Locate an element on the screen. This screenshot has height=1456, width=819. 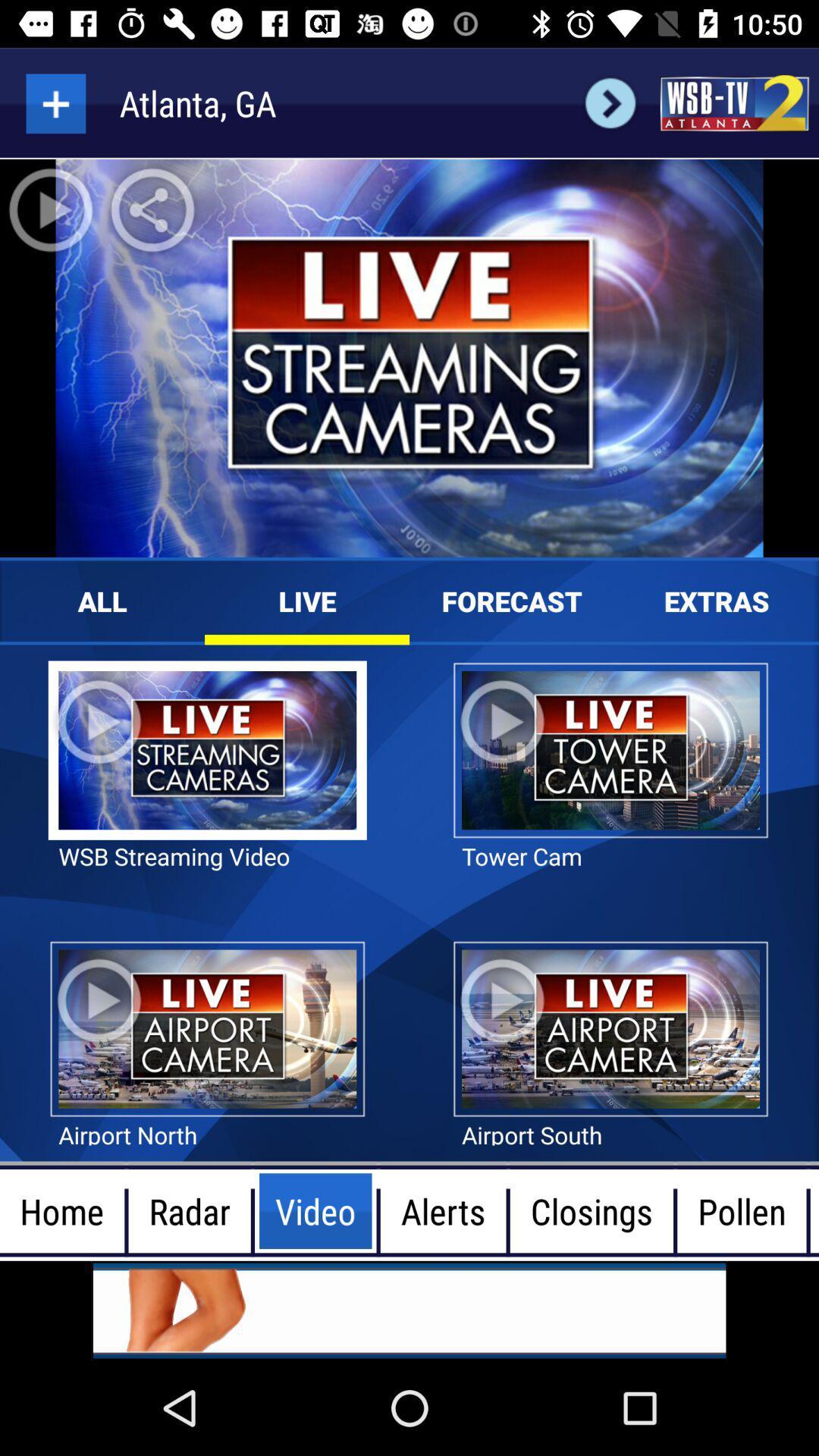
streaming camera is located at coordinates (55, 102).